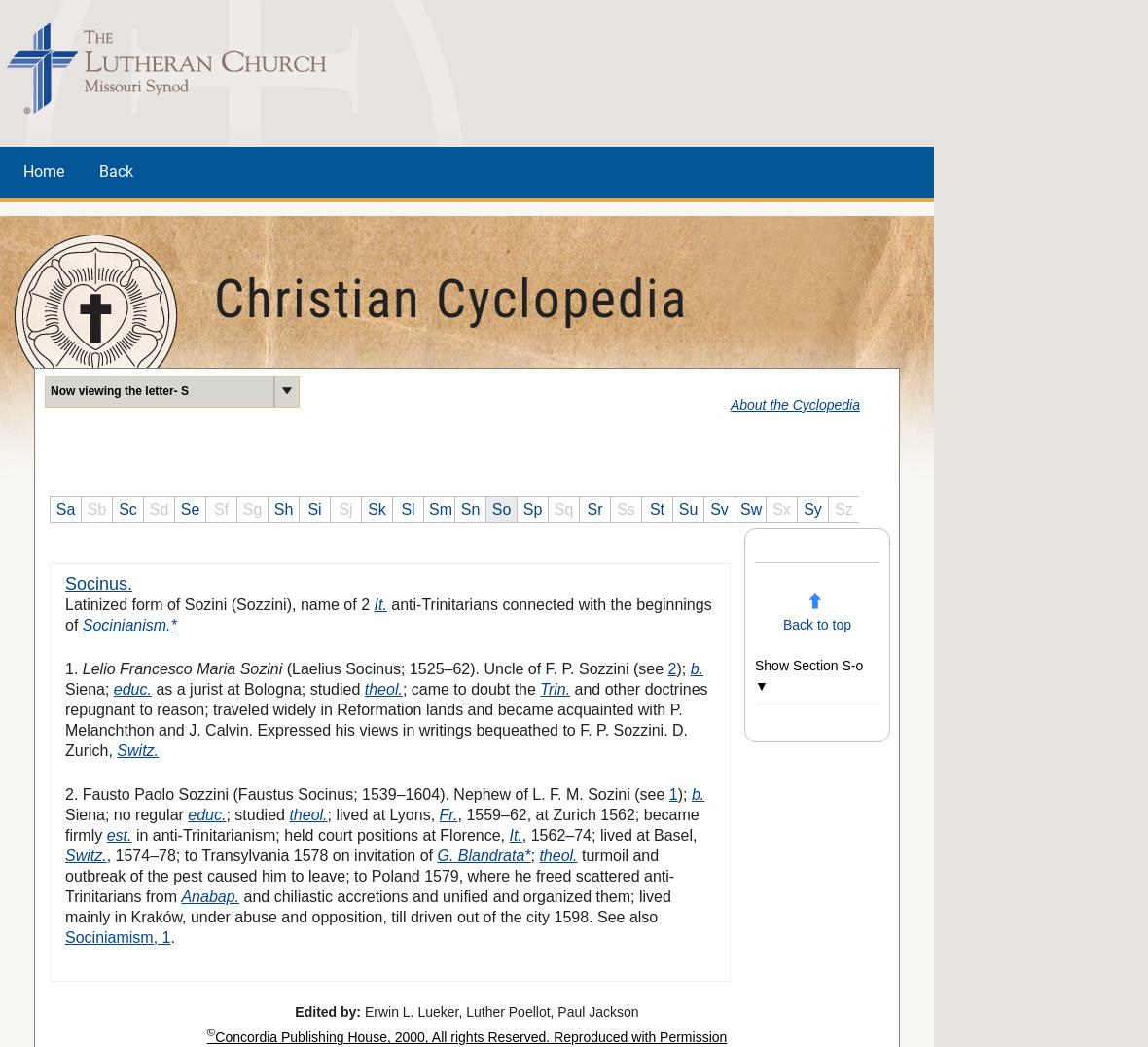 The width and height of the screenshot is (1148, 1047). What do you see at coordinates (210, 894) in the screenshot?
I see `'Anabap.'` at bounding box center [210, 894].